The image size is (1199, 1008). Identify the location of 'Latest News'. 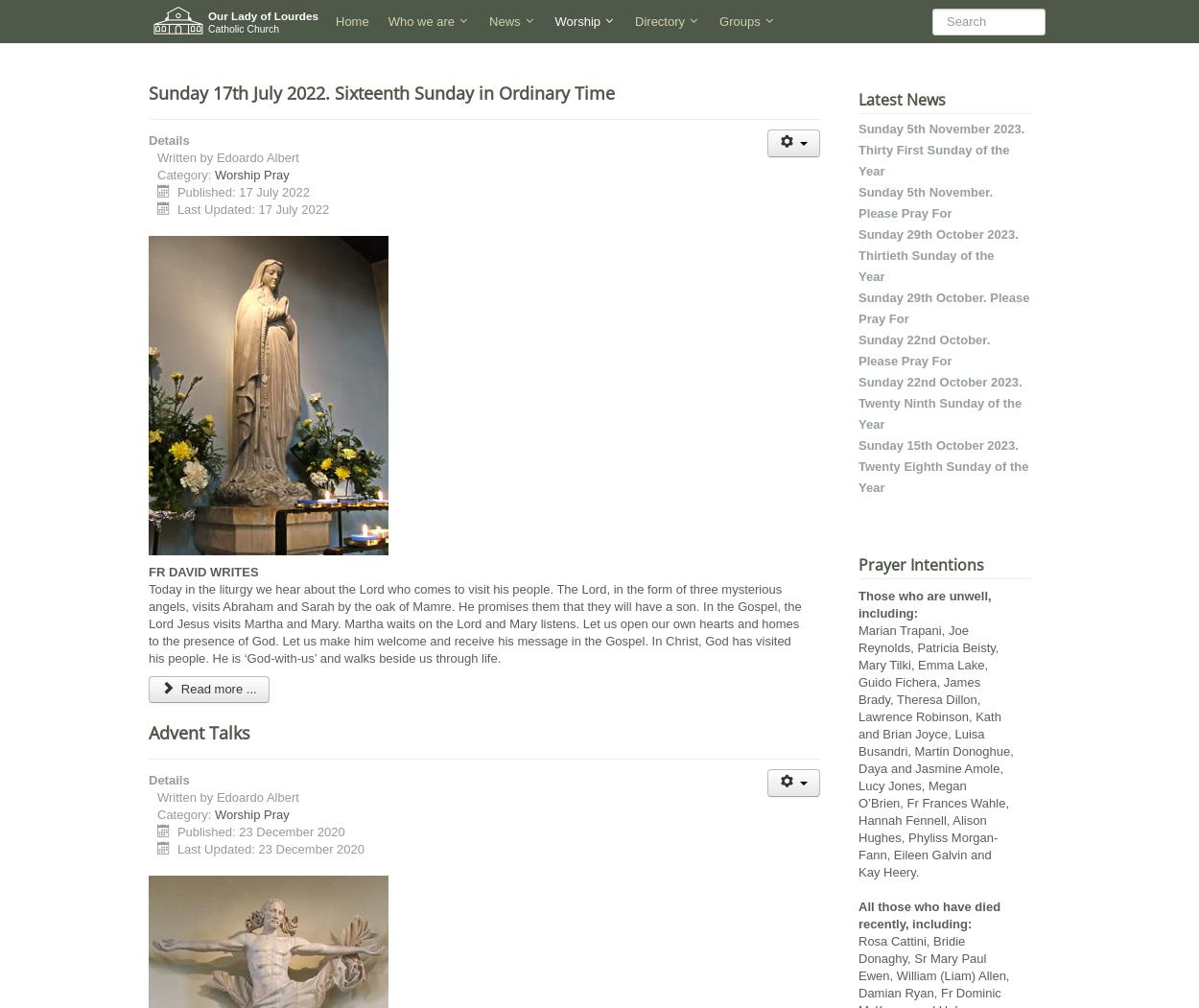
(858, 100).